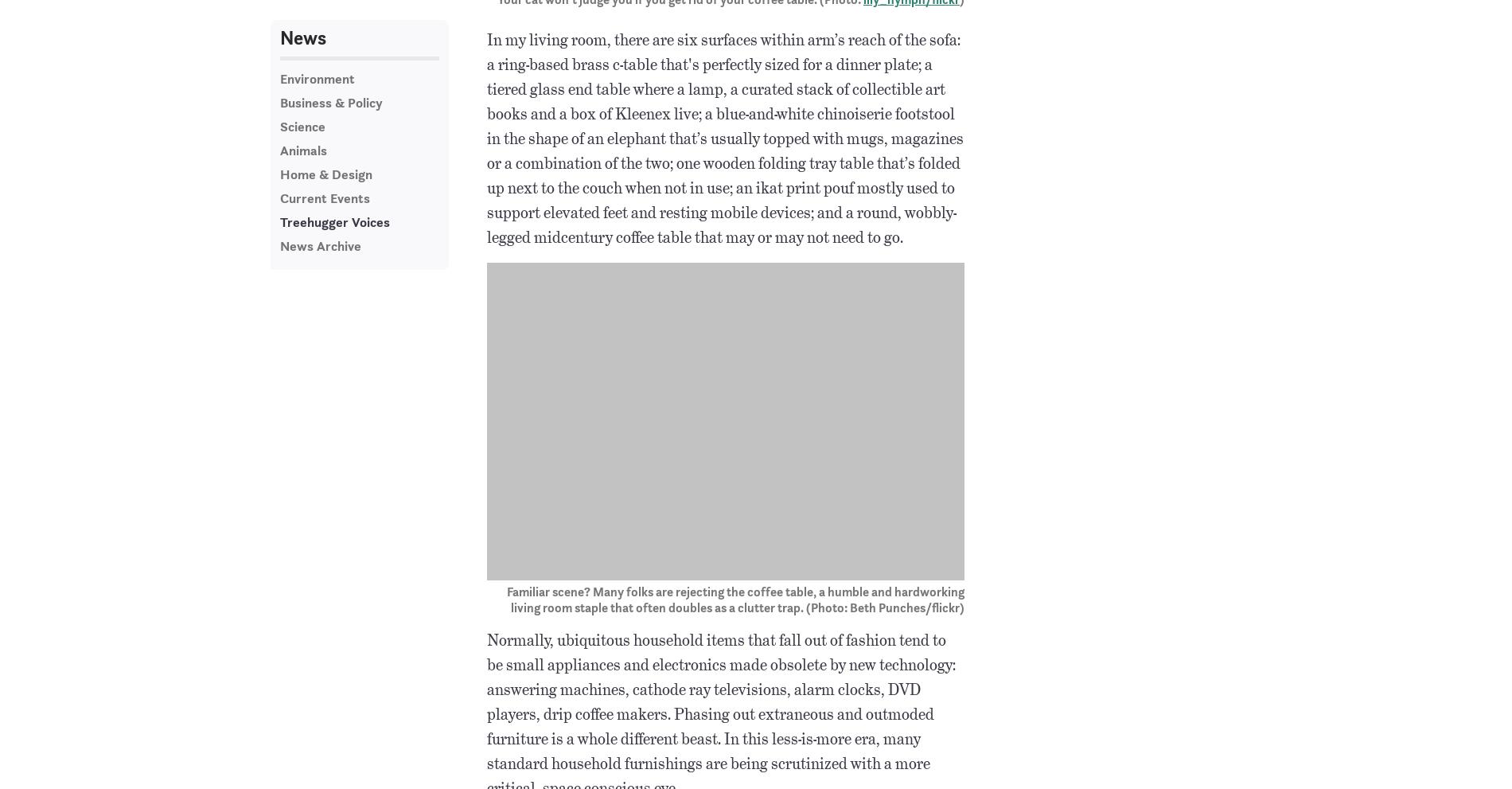 The height and width of the screenshot is (789, 1512). Describe the element at coordinates (885, 607) in the screenshot. I see `'(Photo: Beth Punches/flickr)'` at that location.